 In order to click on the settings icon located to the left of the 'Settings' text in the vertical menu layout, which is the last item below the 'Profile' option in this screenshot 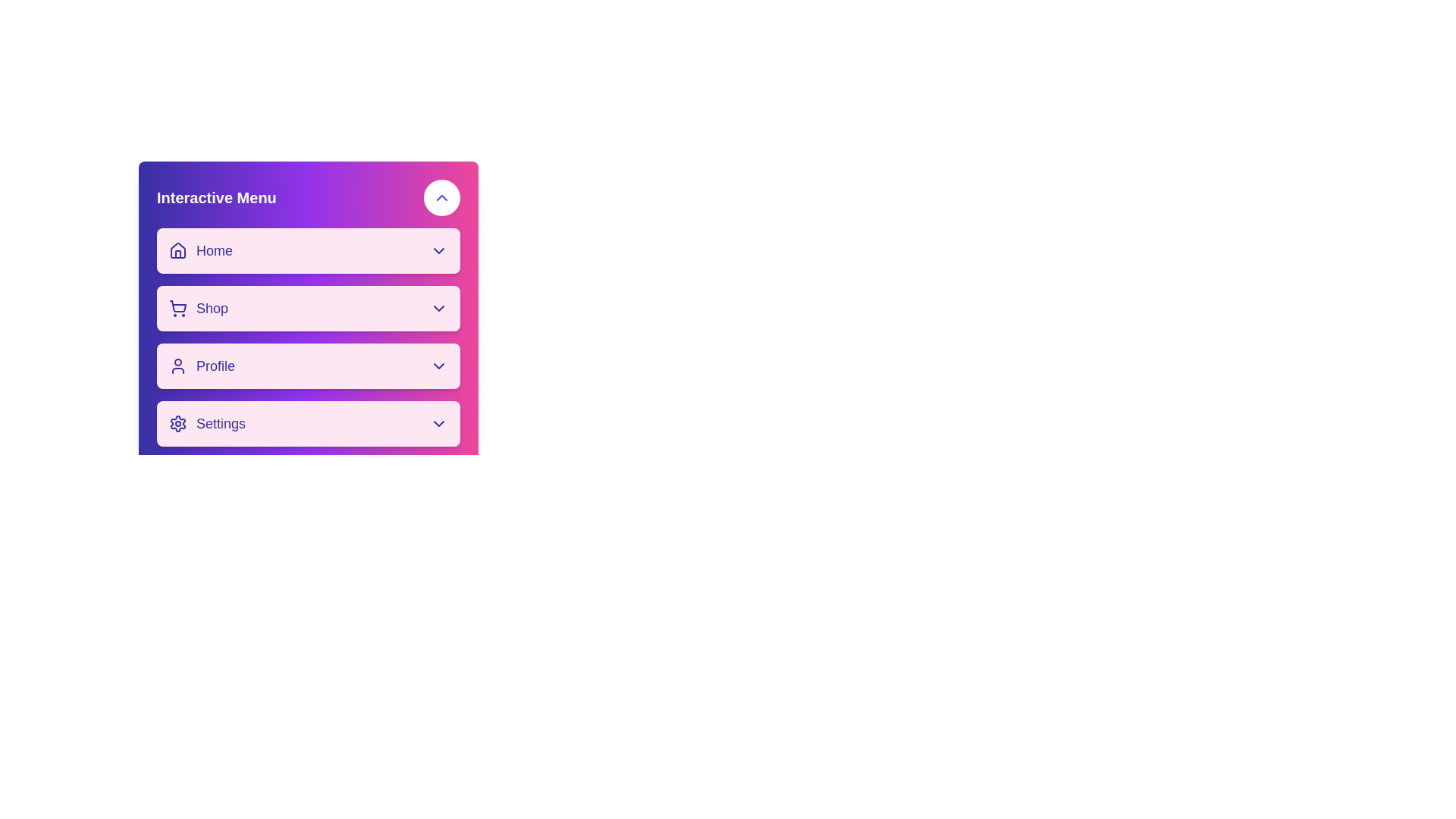, I will do `click(178, 424)`.